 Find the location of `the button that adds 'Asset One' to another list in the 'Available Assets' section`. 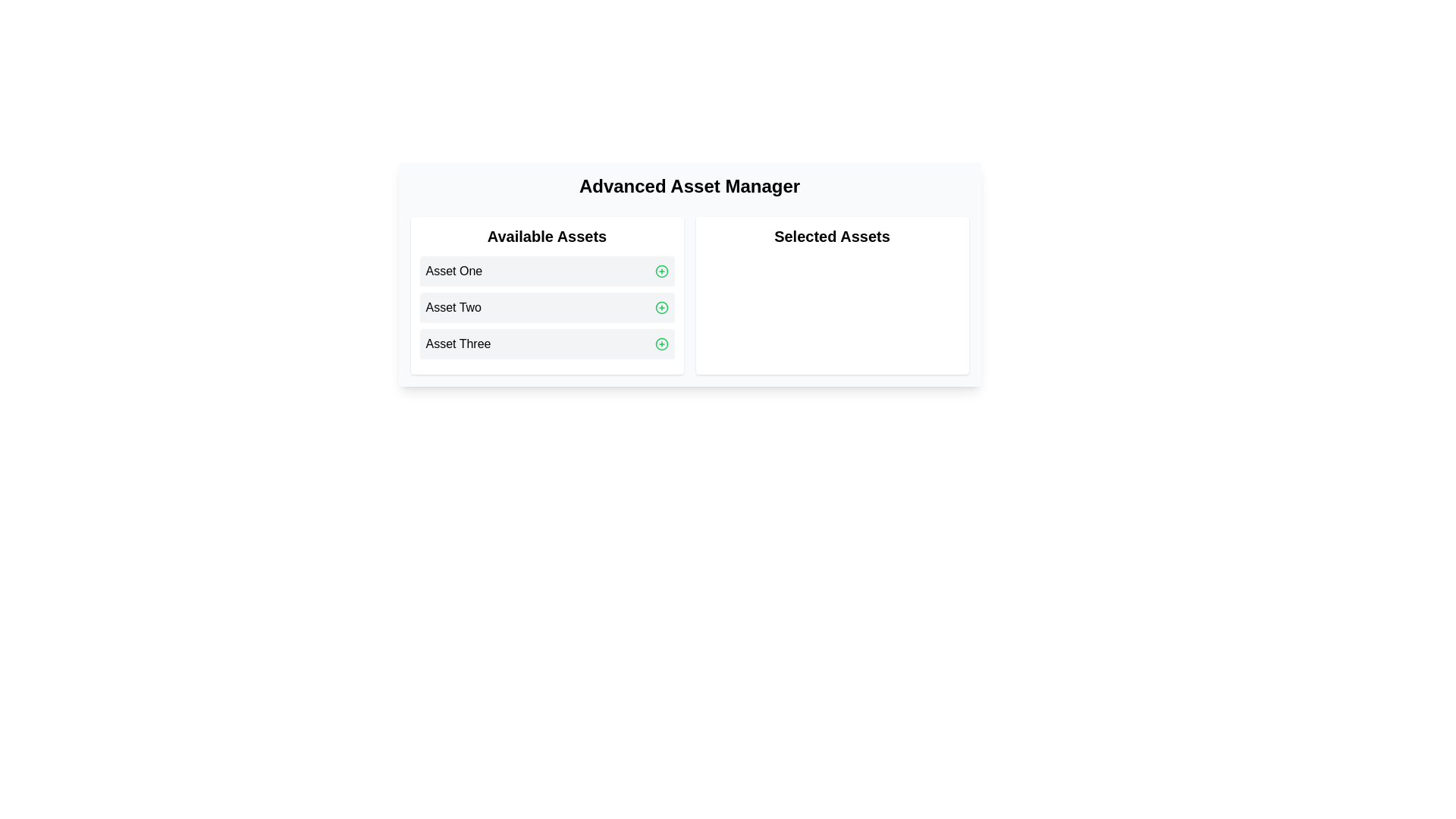

the button that adds 'Asset One' to another list in the 'Available Assets' section is located at coordinates (661, 271).